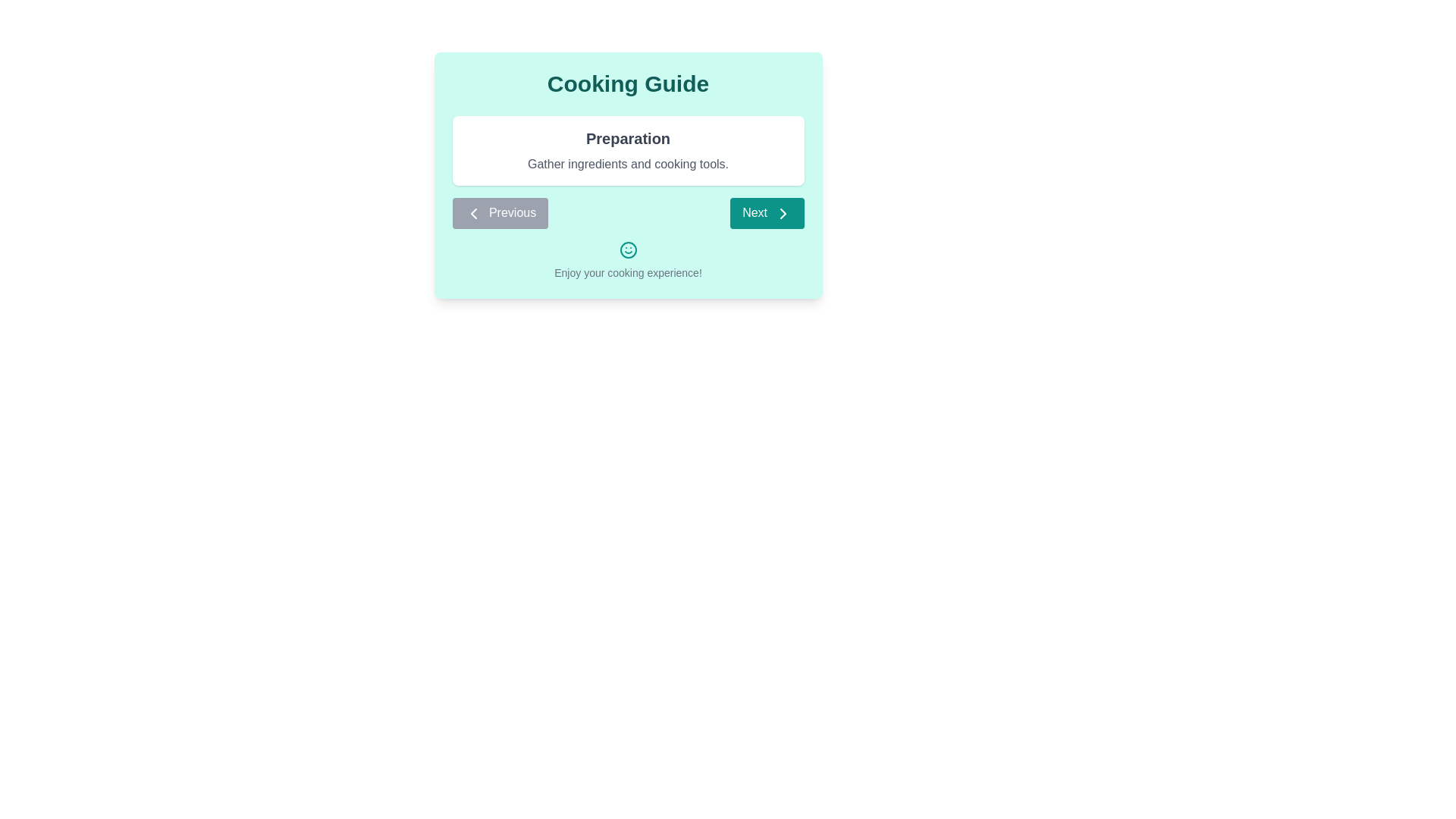  Describe the element at coordinates (783, 213) in the screenshot. I see `the teal arrow icon pointing to the right within the 'Next' button, located to the right of the button text` at that location.